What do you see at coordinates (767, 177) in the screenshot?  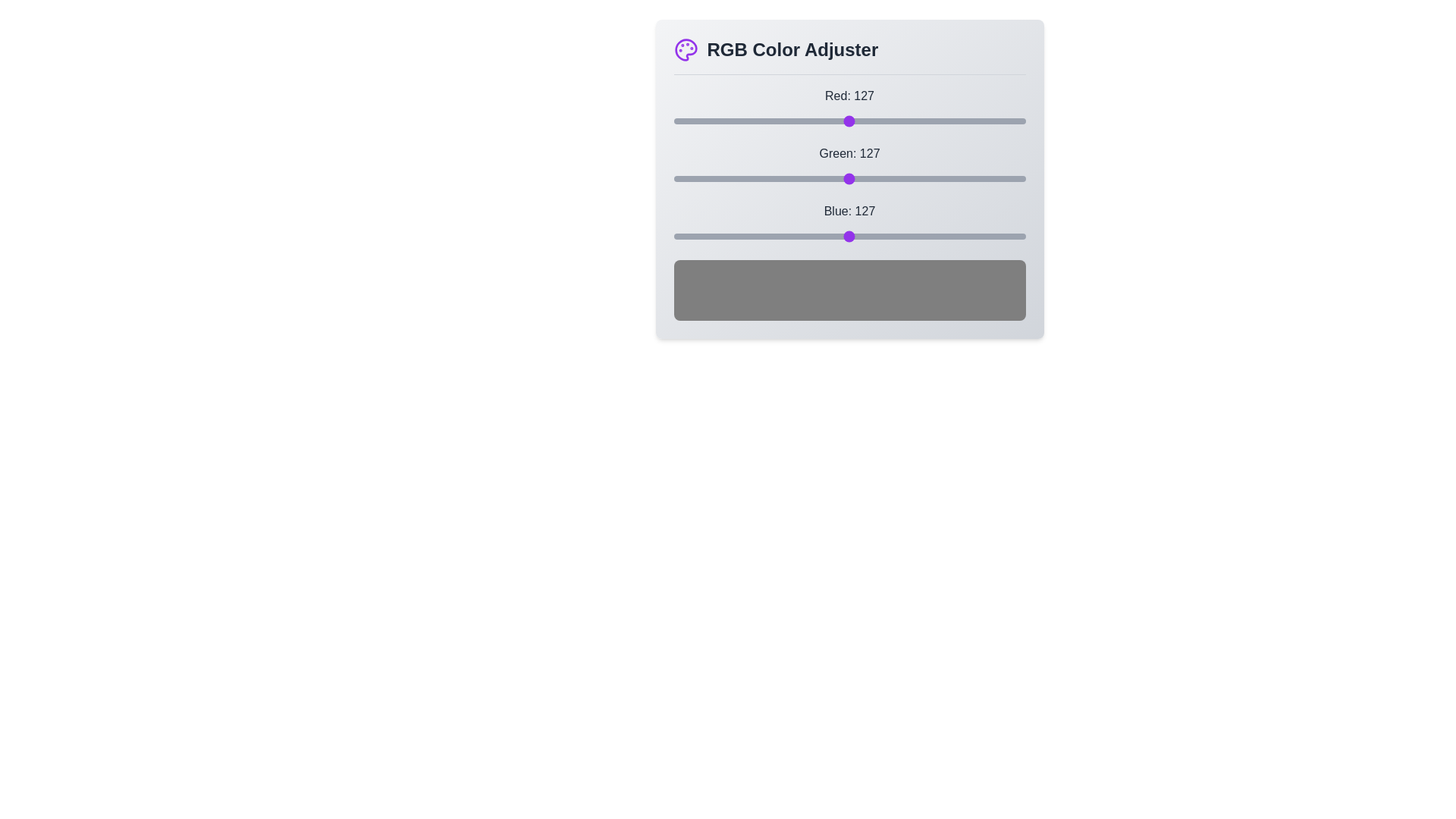 I see `the green slider to set the green value to 68` at bounding box center [767, 177].